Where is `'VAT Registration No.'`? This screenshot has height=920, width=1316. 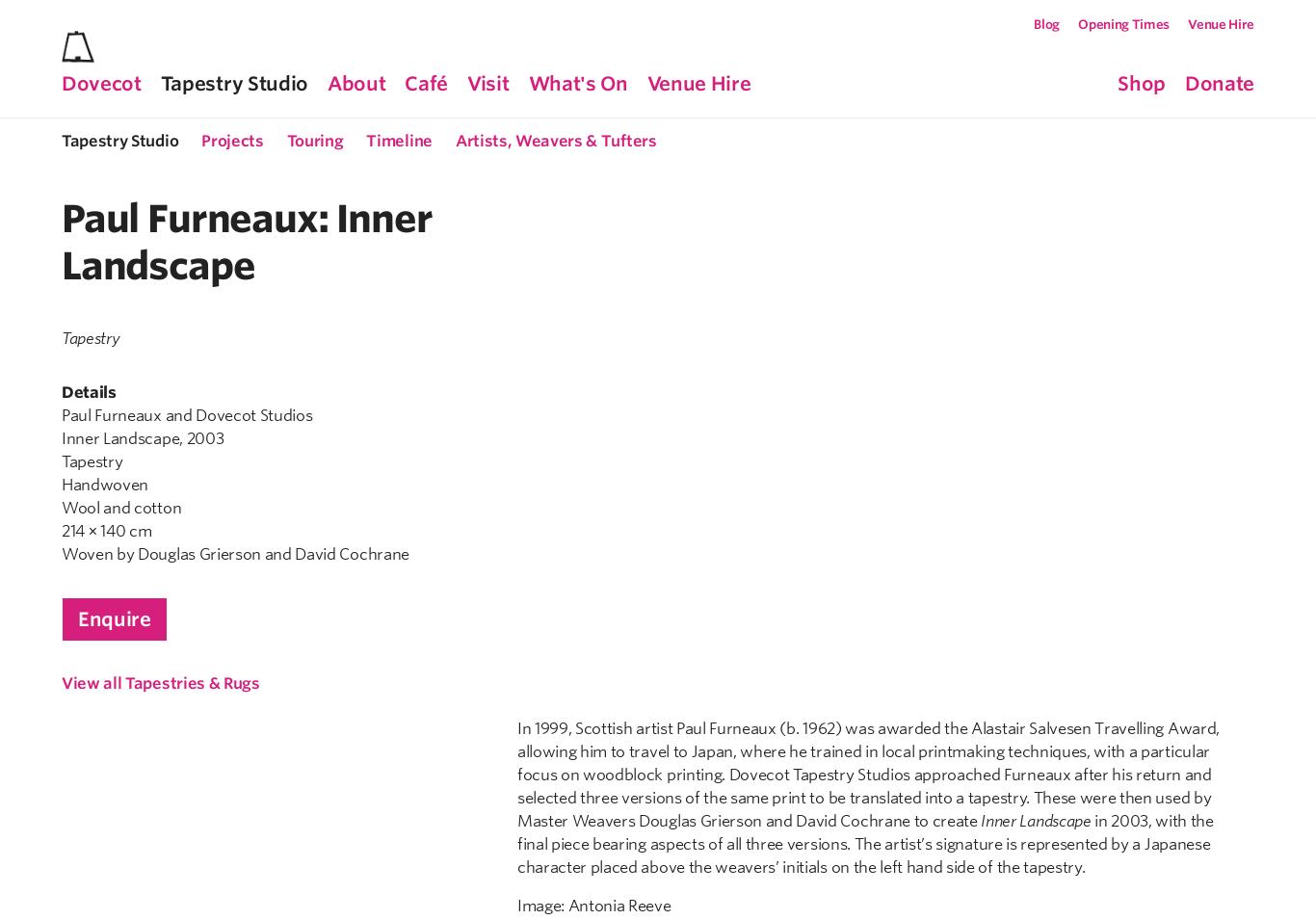 'VAT Registration No.' is located at coordinates (724, 768).